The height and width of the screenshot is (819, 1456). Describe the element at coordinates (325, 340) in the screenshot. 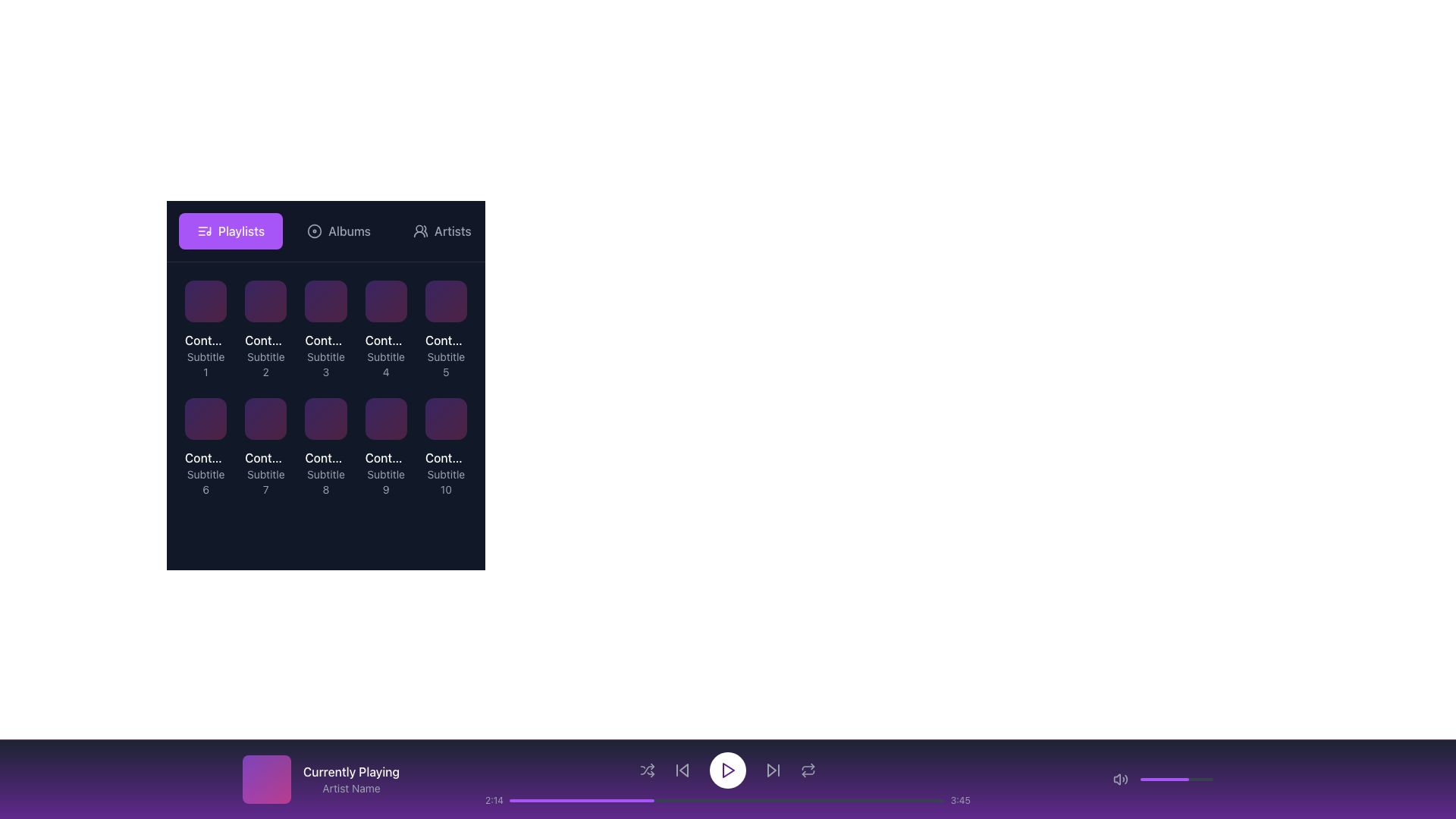

I see `the title text element that displays the name or identifier of the corresponding playlist or item, located in the third column of the topmost row in a grid layout` at that location.